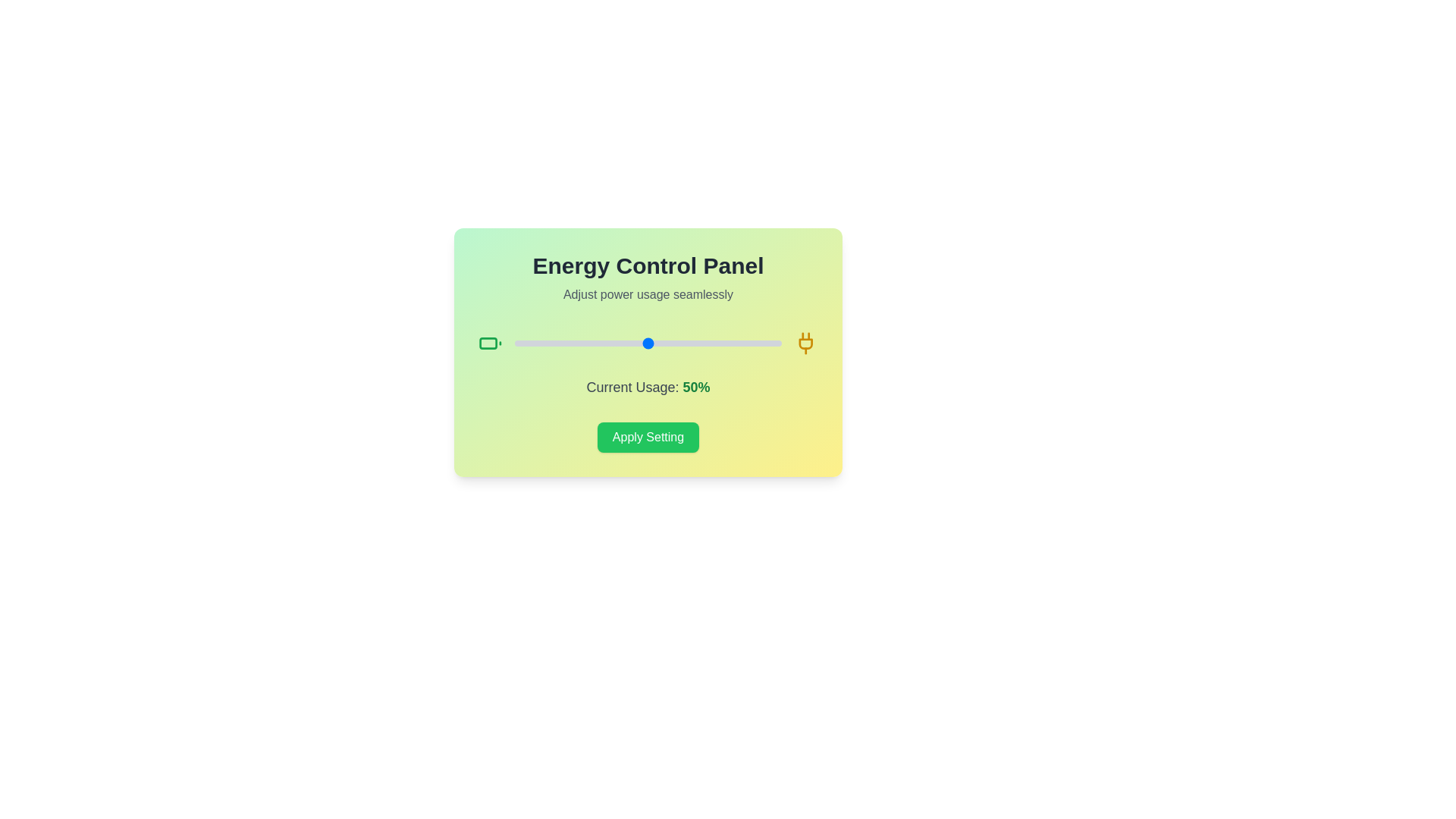 This screenshot has width=1456, height=819. Describe the element at coordinates (583, 343) in the screenshot. I see `the slider` at that location.